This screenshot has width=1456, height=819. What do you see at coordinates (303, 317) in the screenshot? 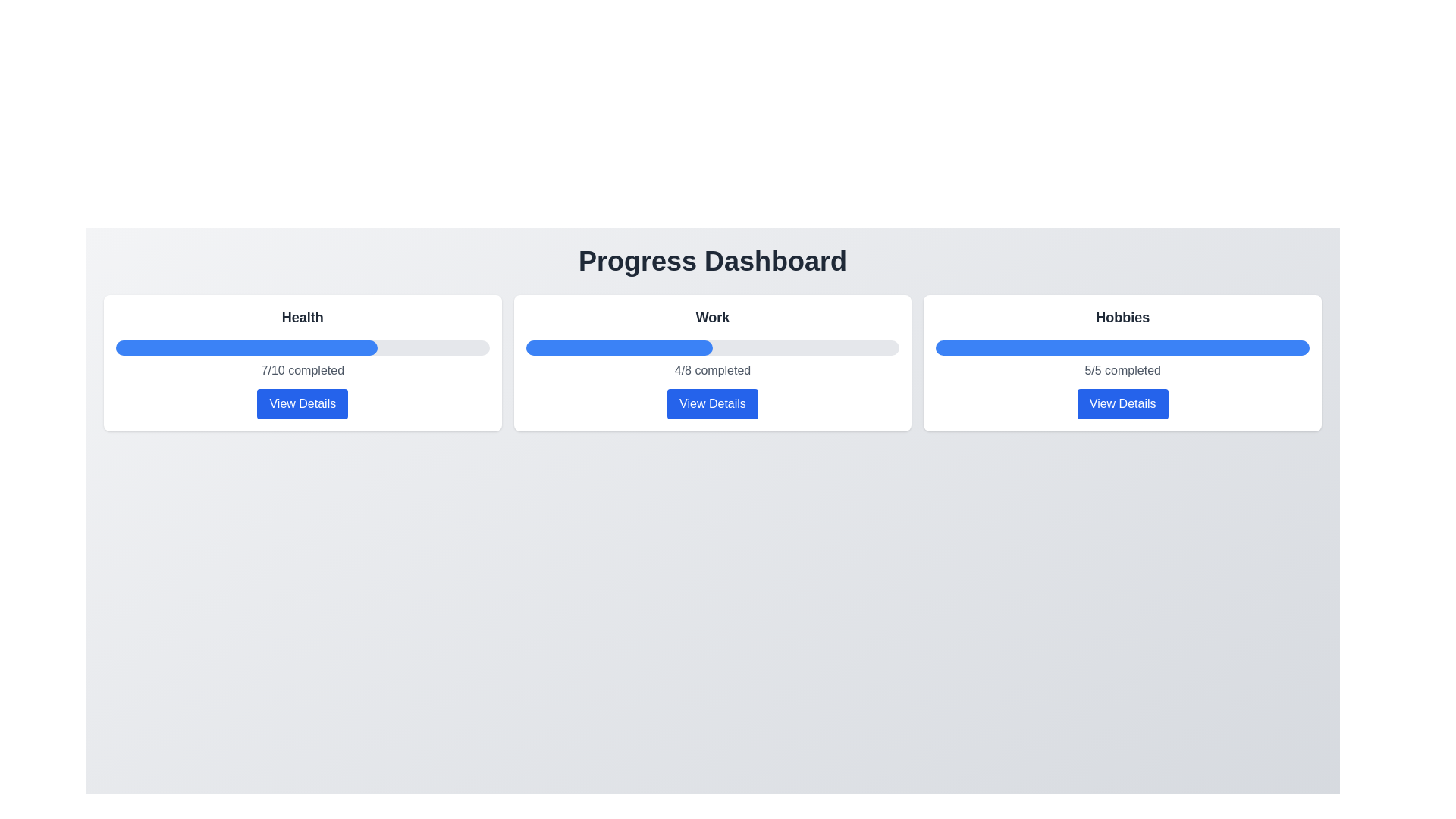
I see `the 'Health' text label located at the upper section of the leftmost card under the 'Progress Dashboard' heading` at bounding box center [303, 317].